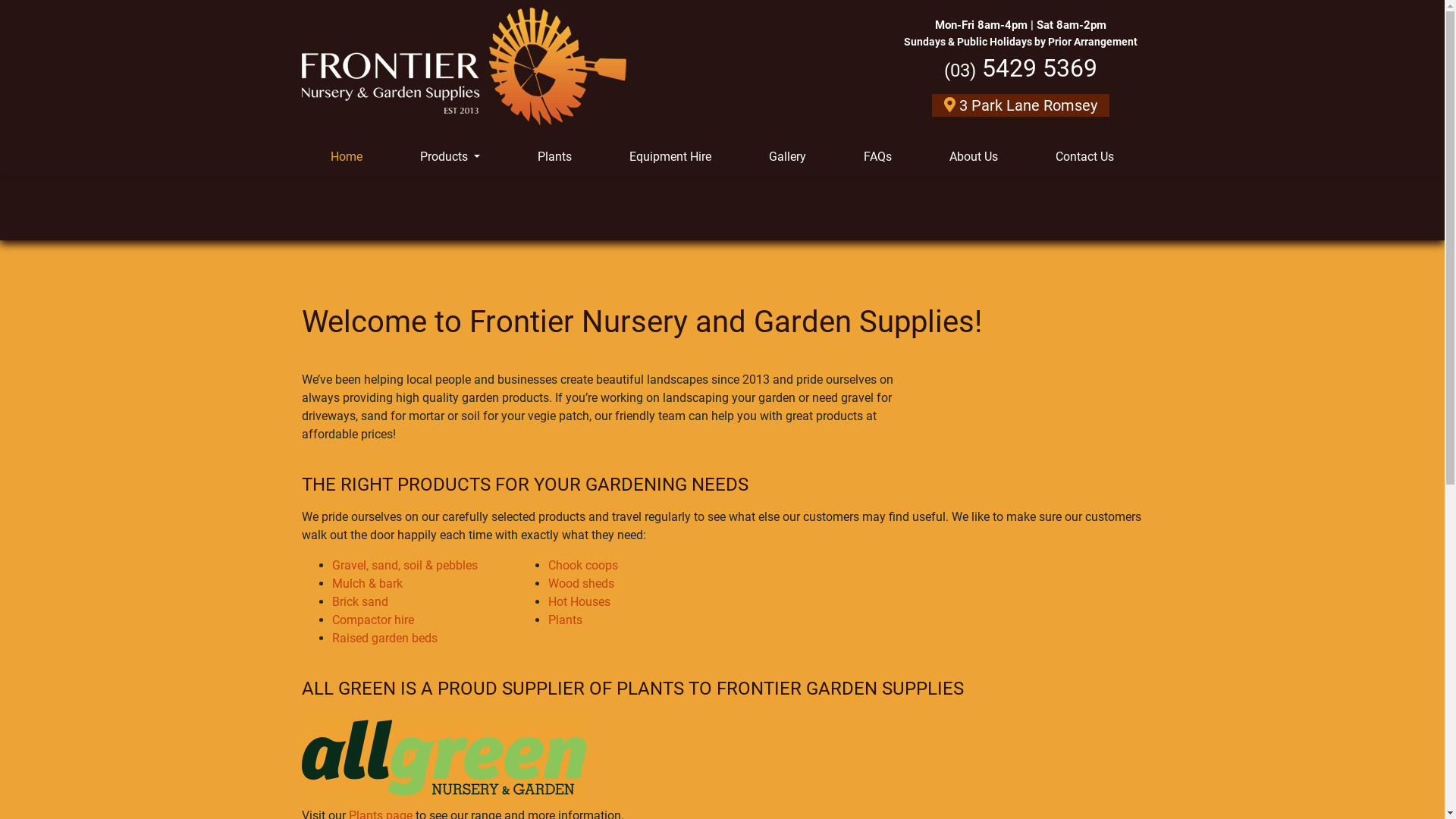 The height and width of the screenshot is (819, 1456). What do you see at coordinates (546, 620) in the screenshot?
I see `'Plants'` at bounding box center [546, 620].